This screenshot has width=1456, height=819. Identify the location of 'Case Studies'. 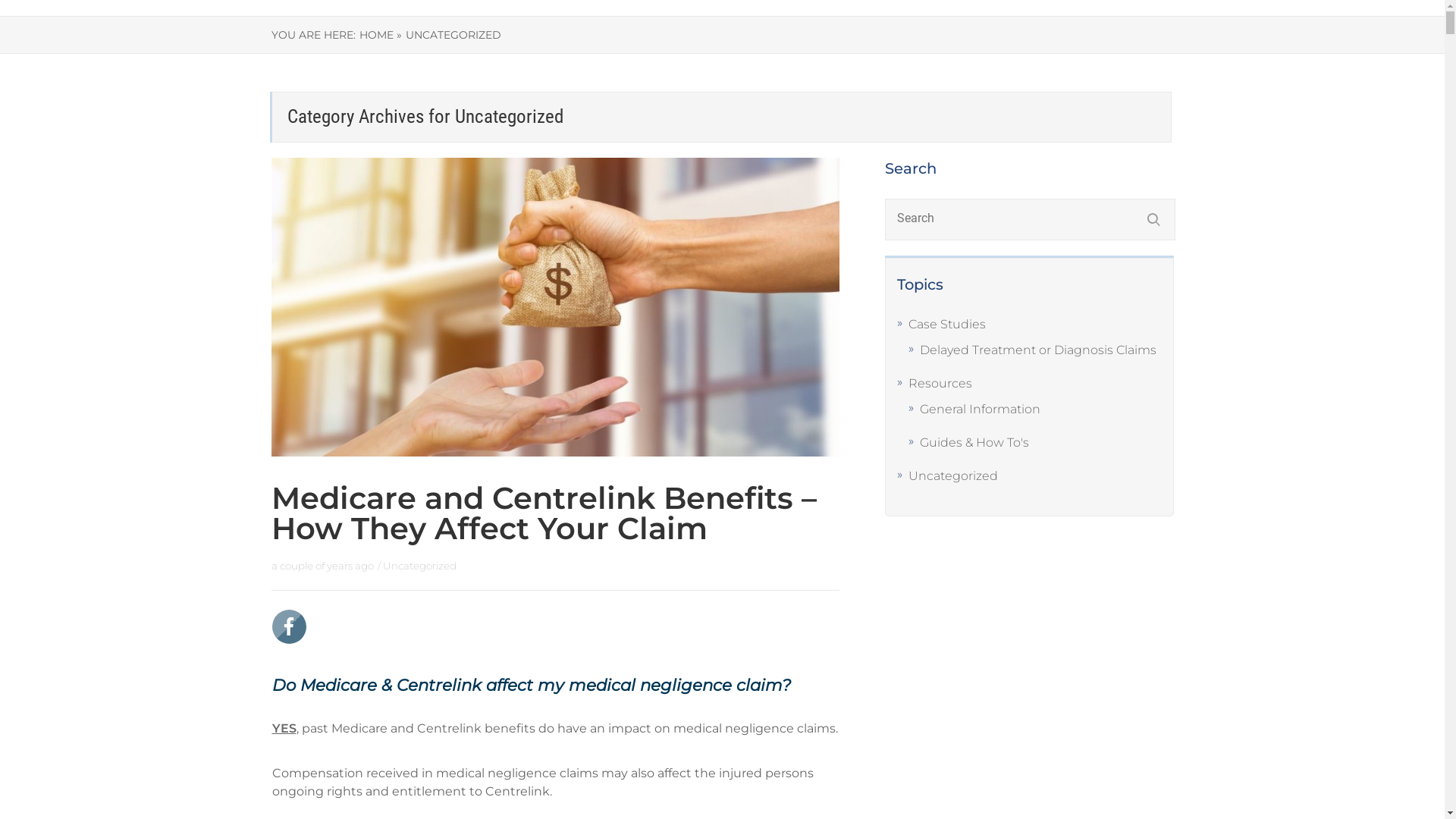
(908, 323).